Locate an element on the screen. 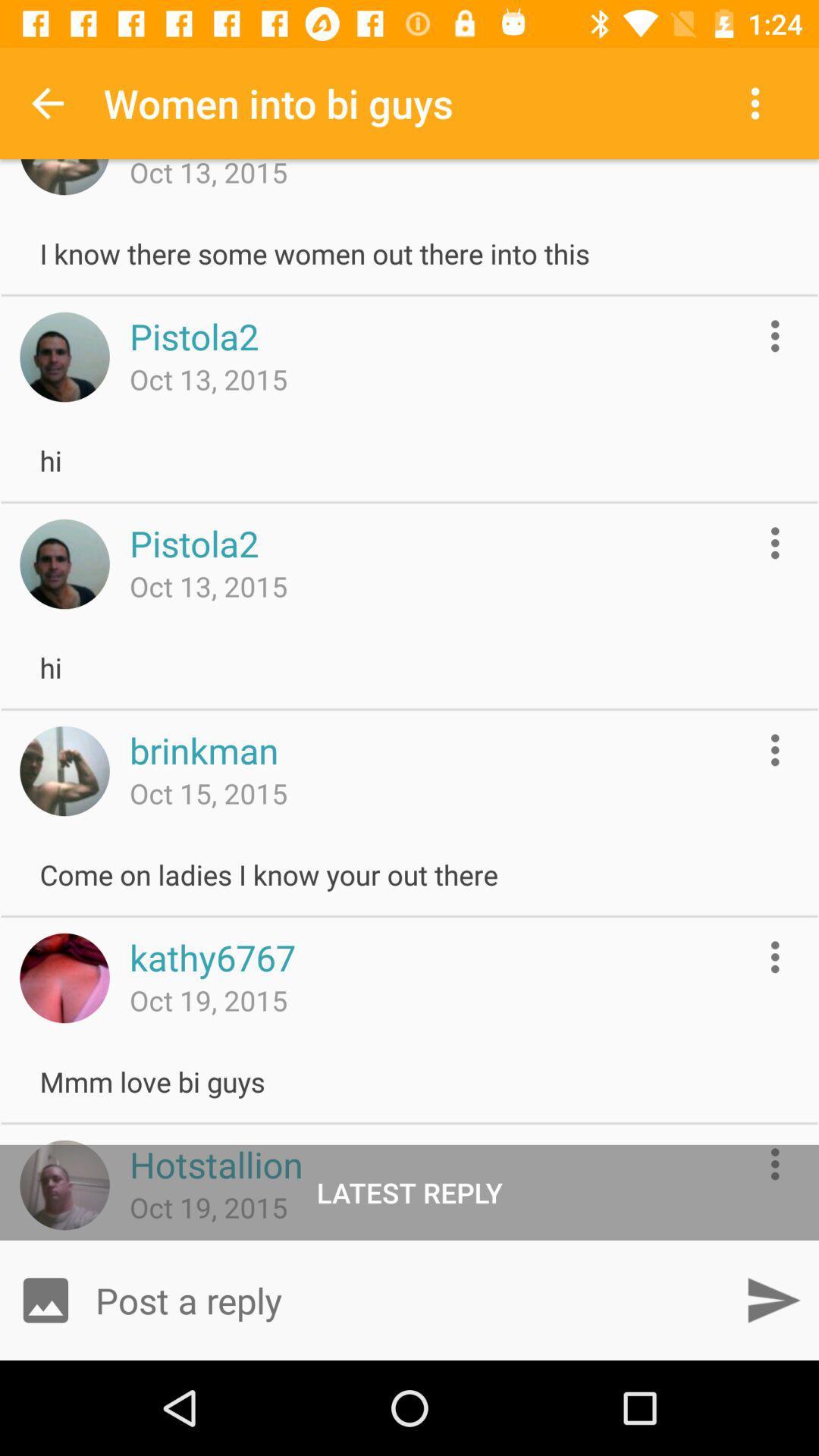  the kathy6767 is located at coordinates (212, 956).